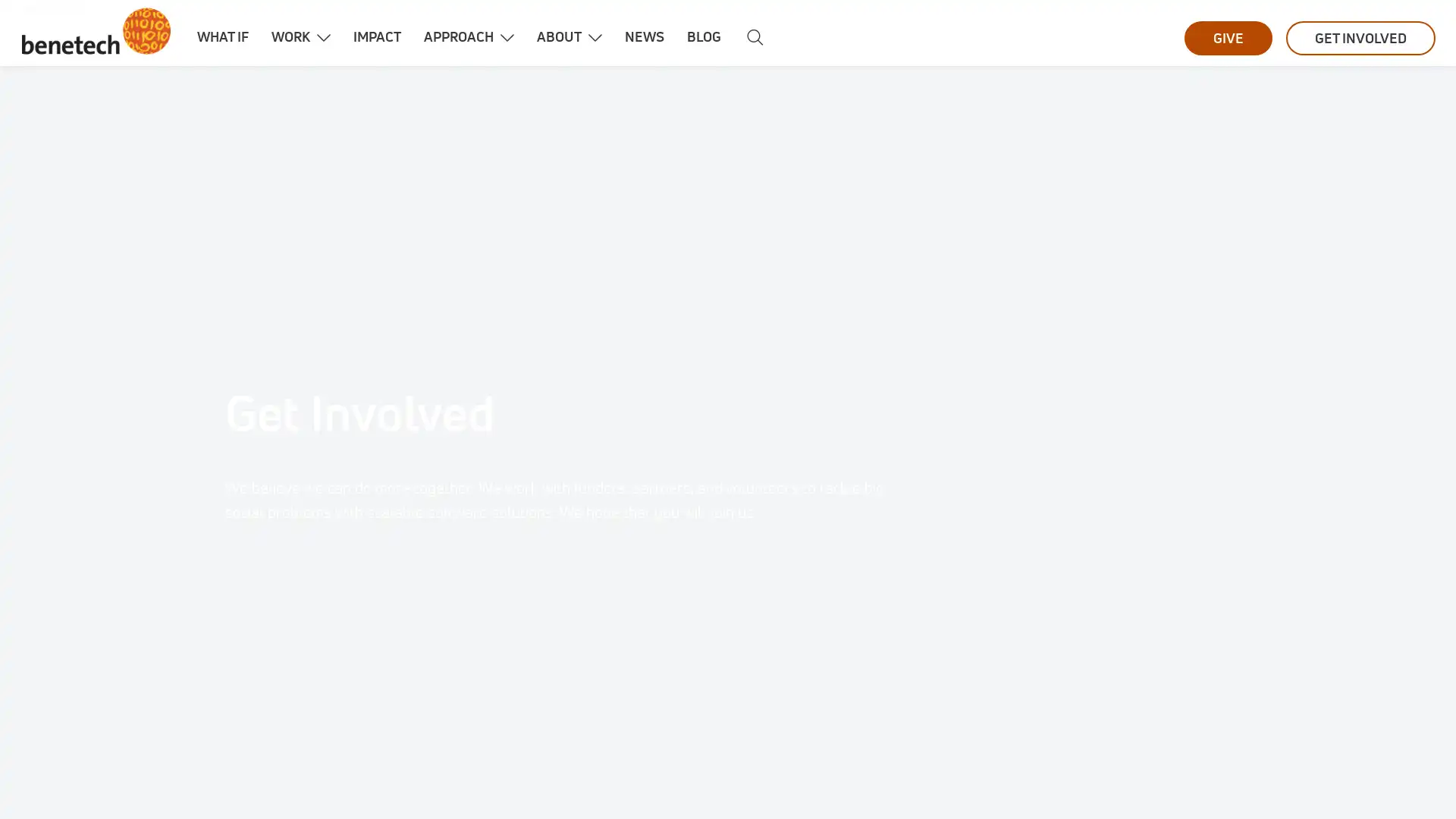 This screenshot has height=819, width=1456. I want to click on Show dropdown menu for Approach, so click(507, 37).